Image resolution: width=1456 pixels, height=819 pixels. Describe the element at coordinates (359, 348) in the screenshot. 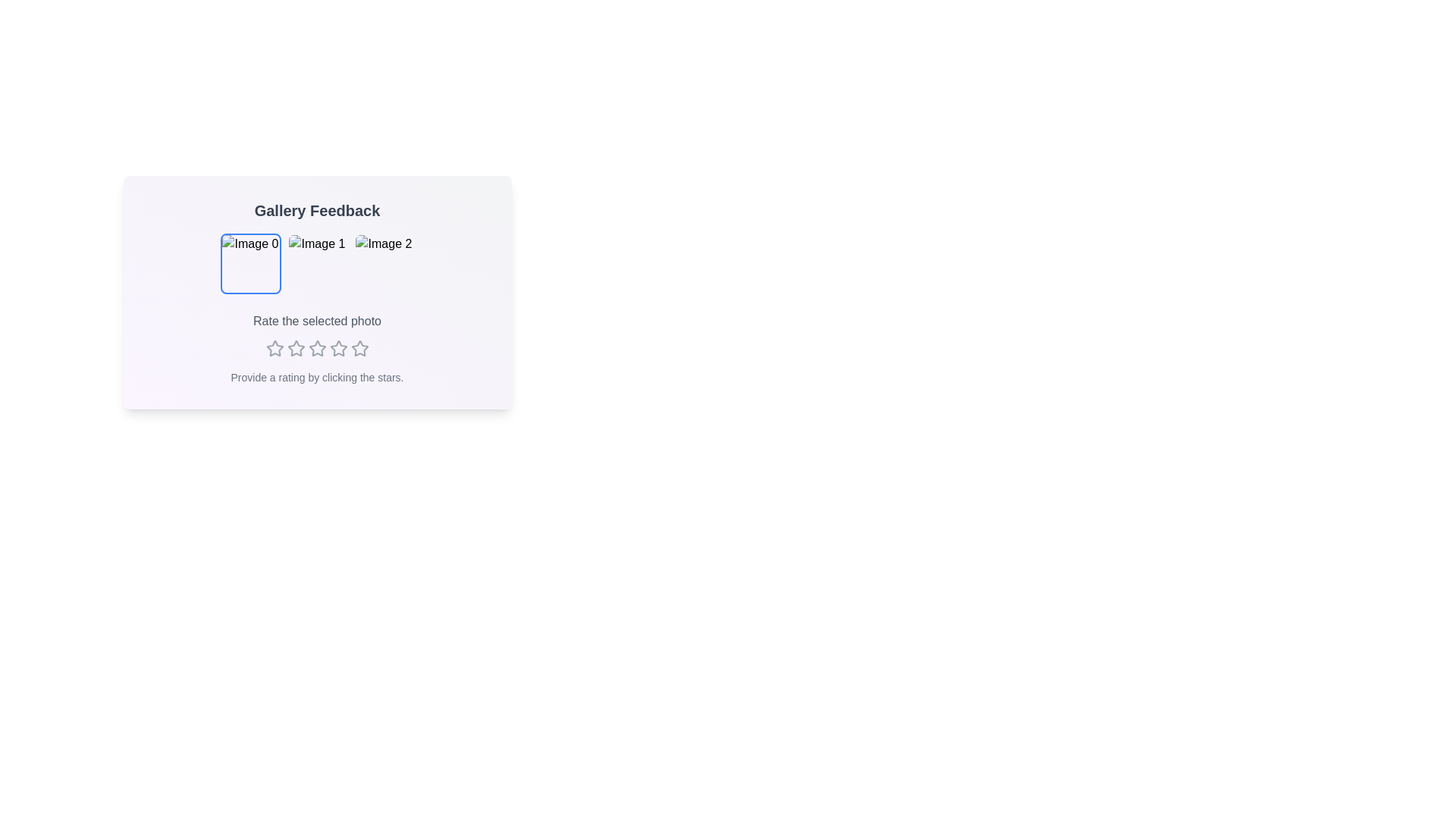

I see `the fifth star icon in the rating array to give the maximum rating for the selected photo` at that location.